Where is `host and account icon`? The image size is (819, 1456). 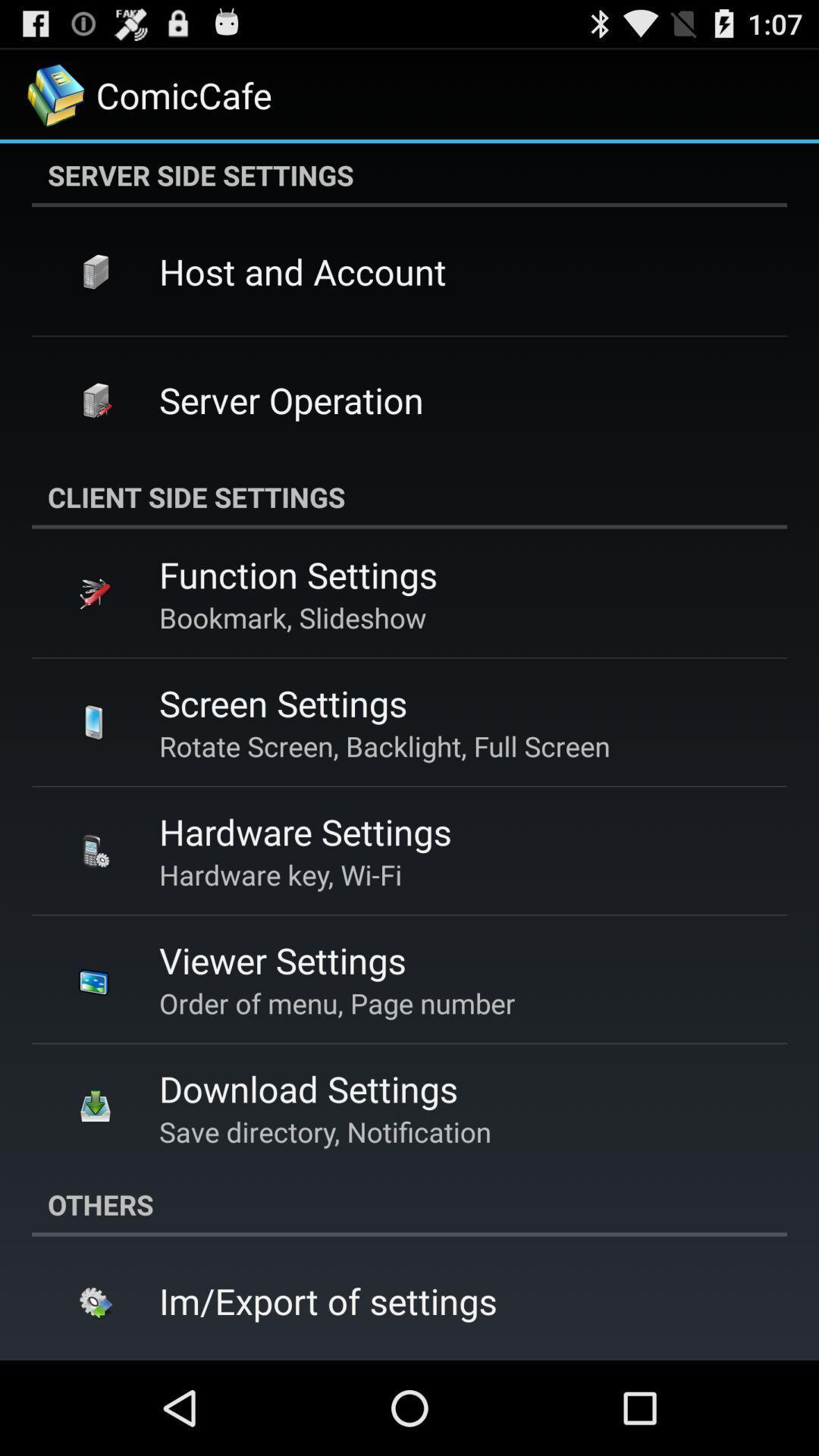 host and account icon is located at coordinates (303, 271).